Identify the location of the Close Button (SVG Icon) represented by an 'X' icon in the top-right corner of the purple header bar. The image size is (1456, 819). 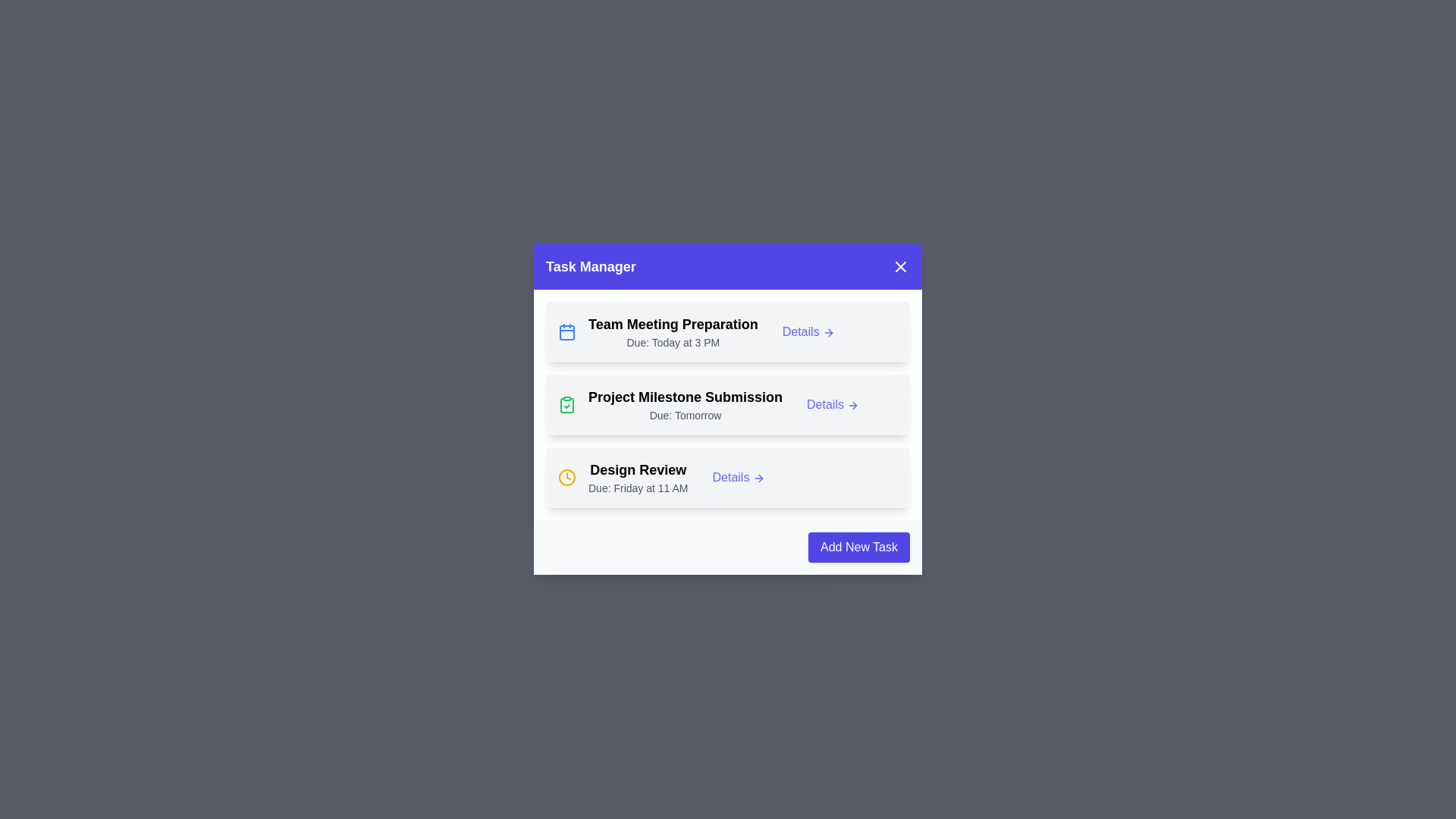
(901, 265).